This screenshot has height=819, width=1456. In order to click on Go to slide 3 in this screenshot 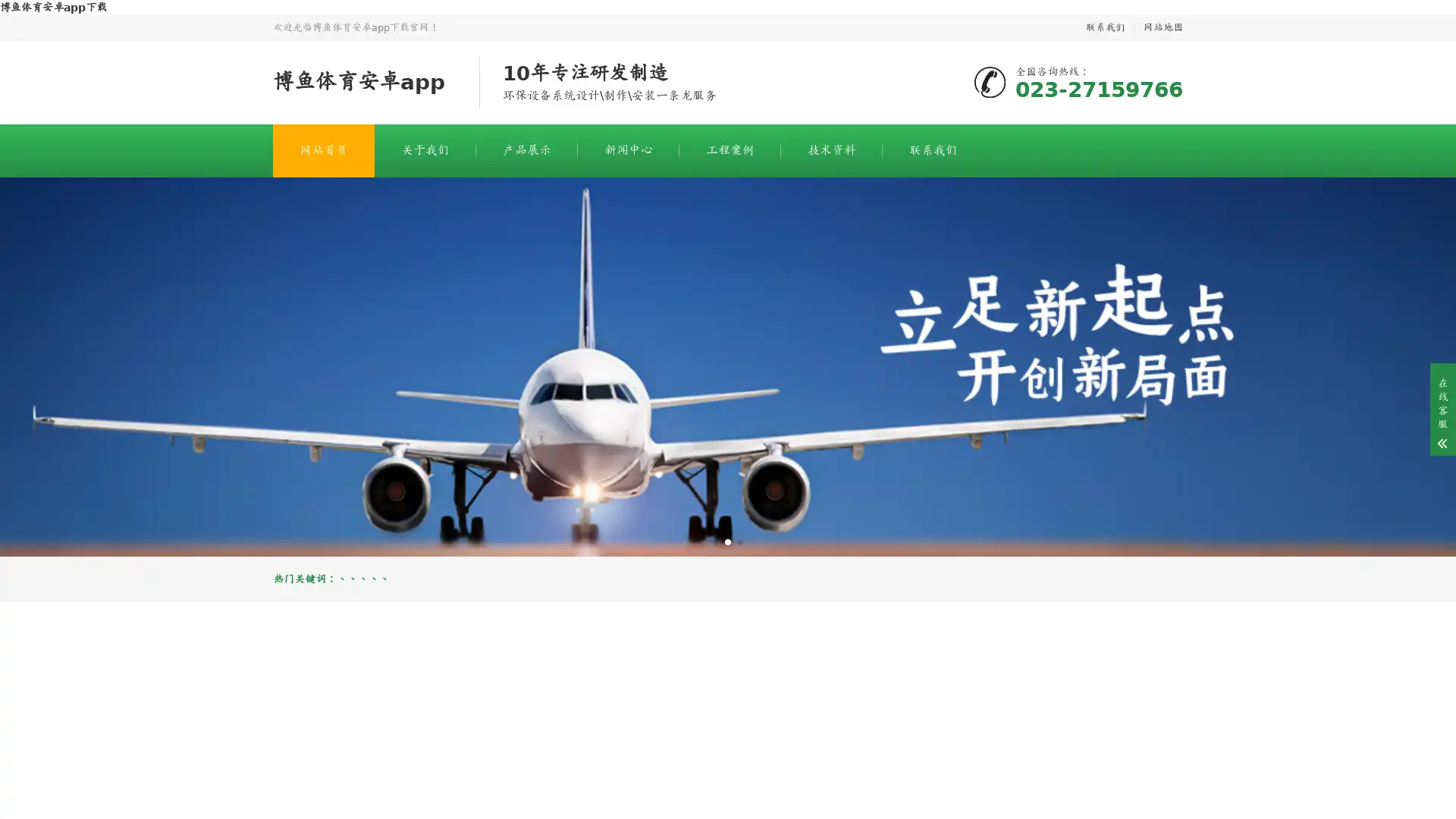, I will do `click(739, 541)`.